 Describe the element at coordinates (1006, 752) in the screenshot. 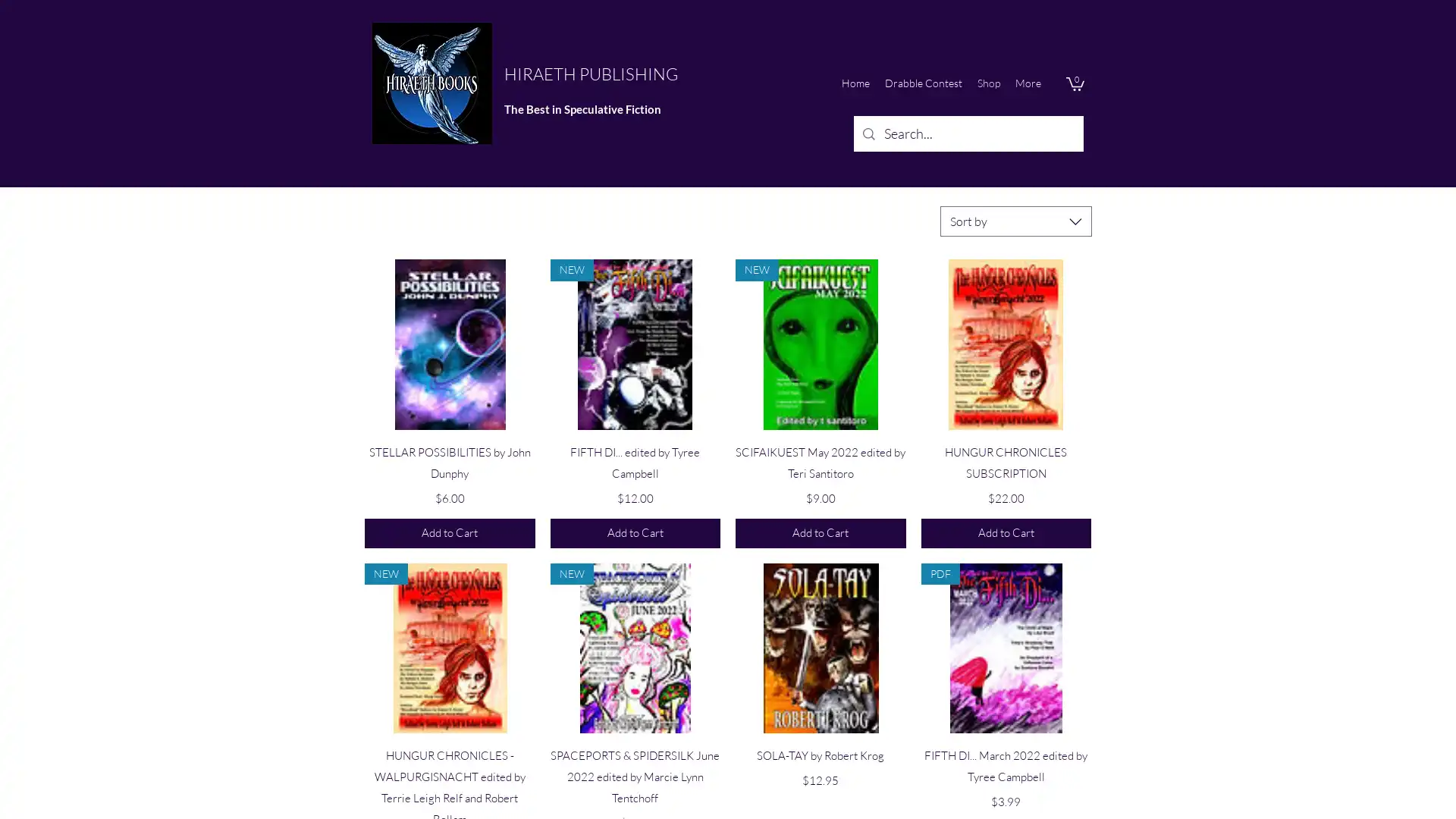

I see `Quick View` at that location.